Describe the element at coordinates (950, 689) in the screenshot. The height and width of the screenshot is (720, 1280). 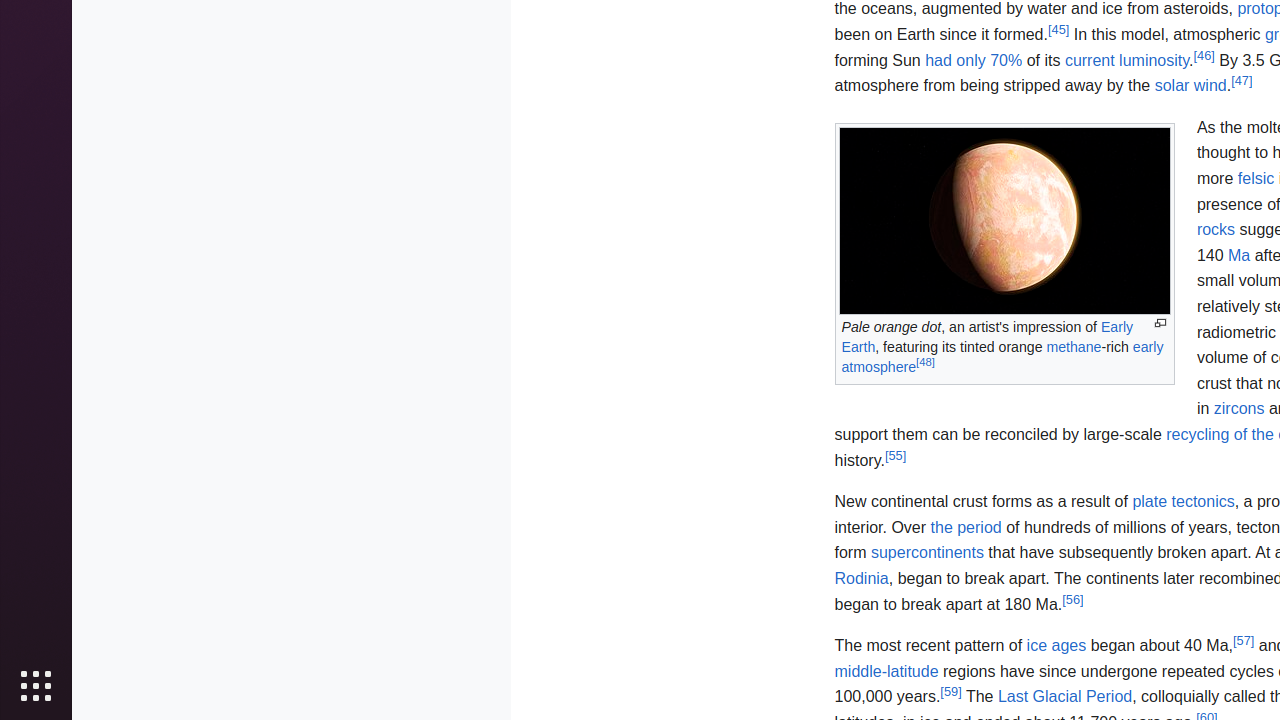
I see `'[59]'` at that location.